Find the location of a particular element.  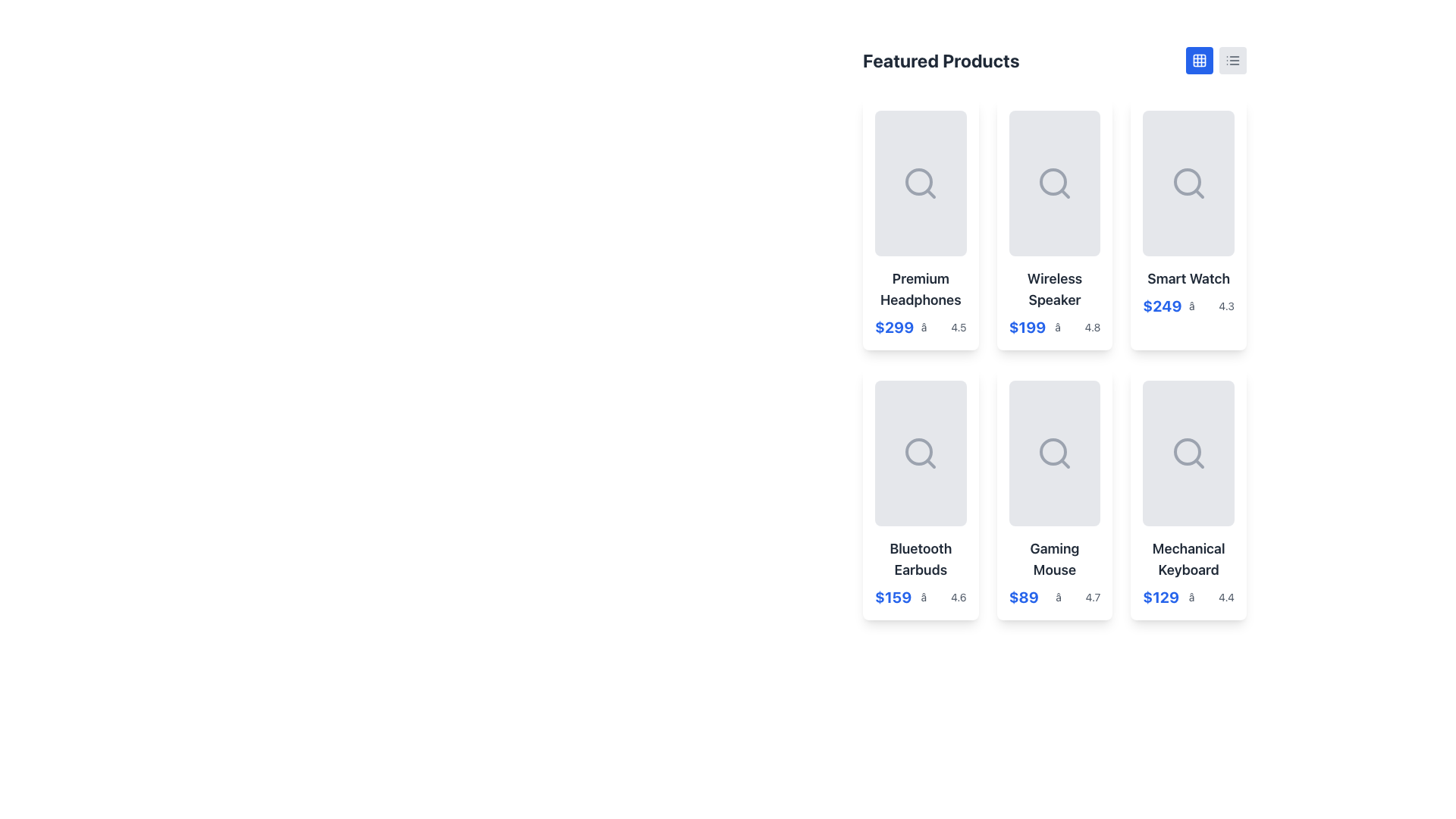

text of the 'Premium Headphones' label located in the 'Featured Products' section, which is the title for the product card in the top-left of the grid is located at coordinates (920, 289).